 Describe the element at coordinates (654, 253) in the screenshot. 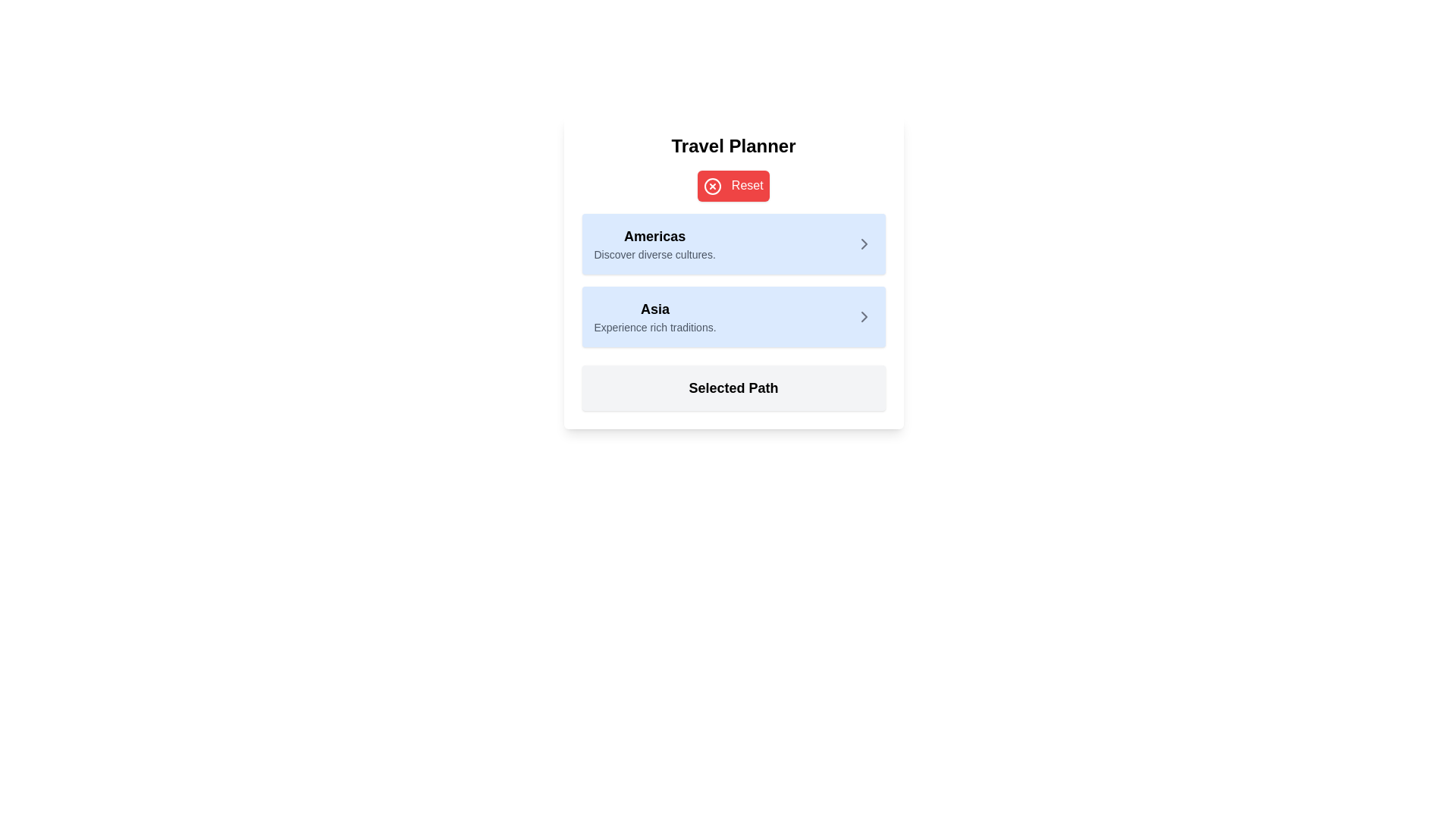

I see `the static text label providing supplementary information about the 'Americas' section, located below the heading 'Americas' within a blue background` at that location.